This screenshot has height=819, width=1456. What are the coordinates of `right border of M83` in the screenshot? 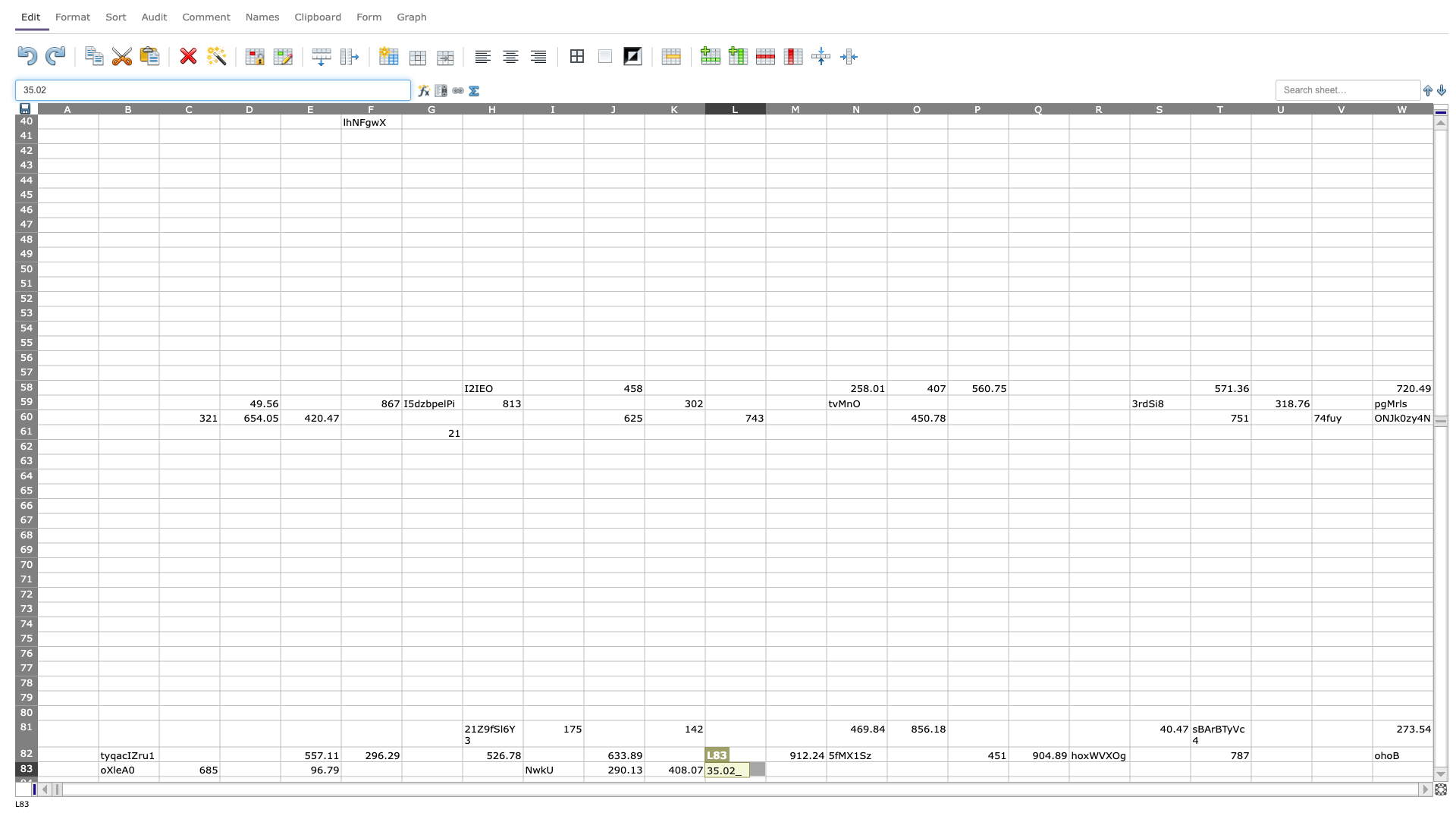 It's located at (825, 769).